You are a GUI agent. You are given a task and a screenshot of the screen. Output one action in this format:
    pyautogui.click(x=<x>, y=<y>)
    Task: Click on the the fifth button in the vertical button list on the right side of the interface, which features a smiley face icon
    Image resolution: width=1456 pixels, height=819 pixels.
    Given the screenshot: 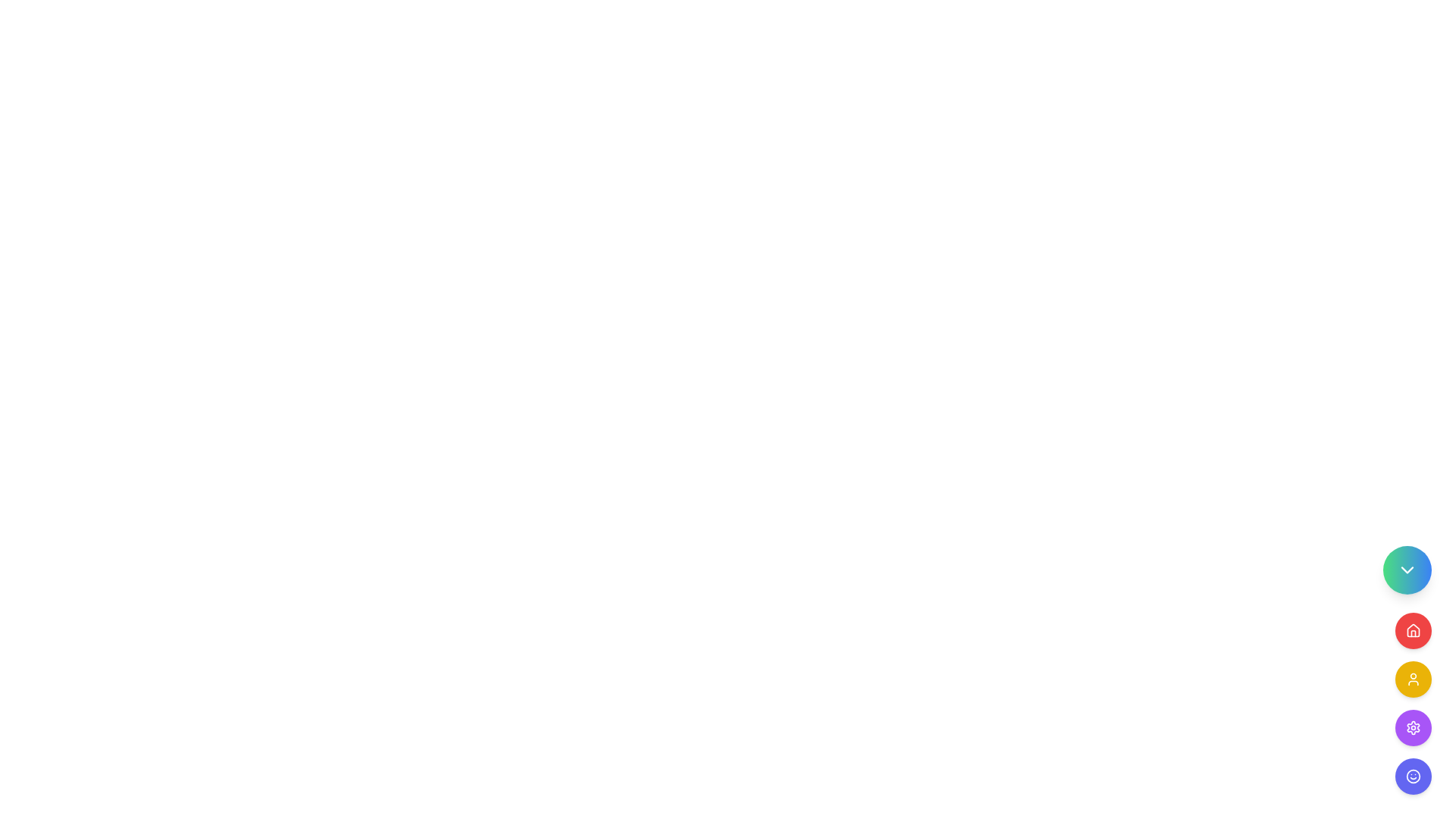 What is the action you would take?
    pyautogui.click(x=1412, y=776)
    